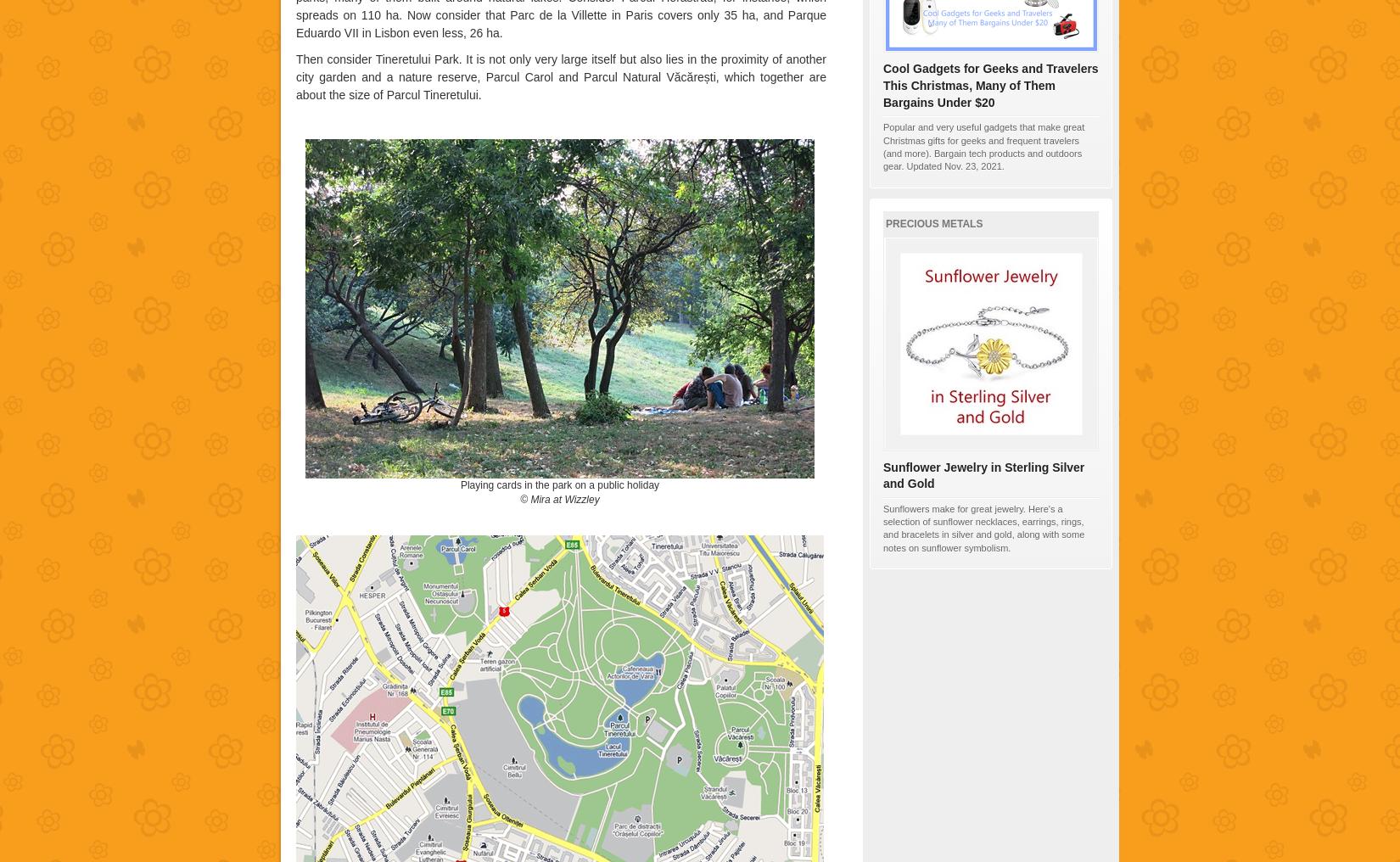 This screenshot has height=862, width=1400. Describe the element at coordinates (978, 251) in the screenshot. I see `'16'` at that location.